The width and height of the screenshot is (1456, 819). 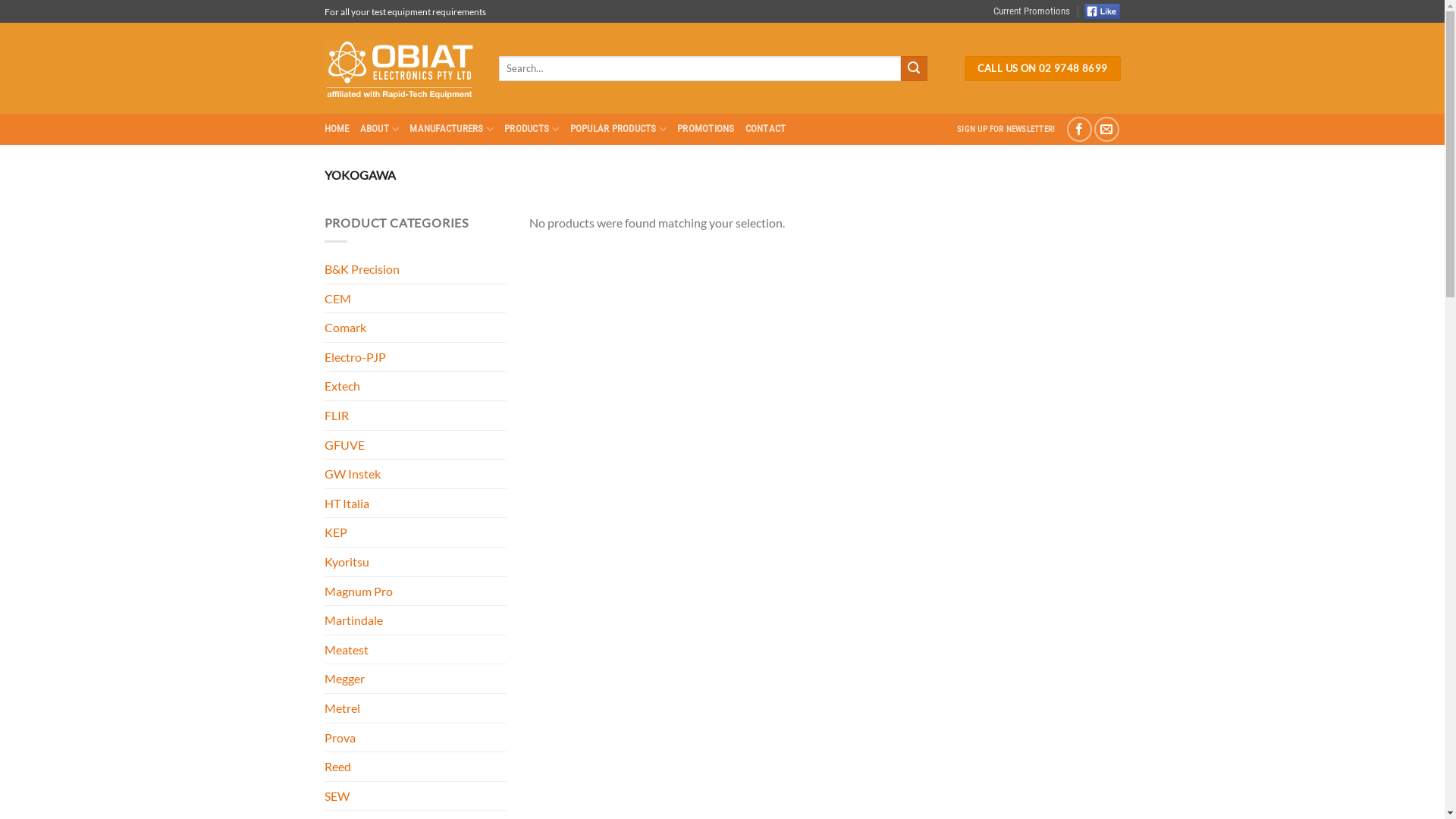 I want to click on 'Send us an email', so click(x=1094, y=128).